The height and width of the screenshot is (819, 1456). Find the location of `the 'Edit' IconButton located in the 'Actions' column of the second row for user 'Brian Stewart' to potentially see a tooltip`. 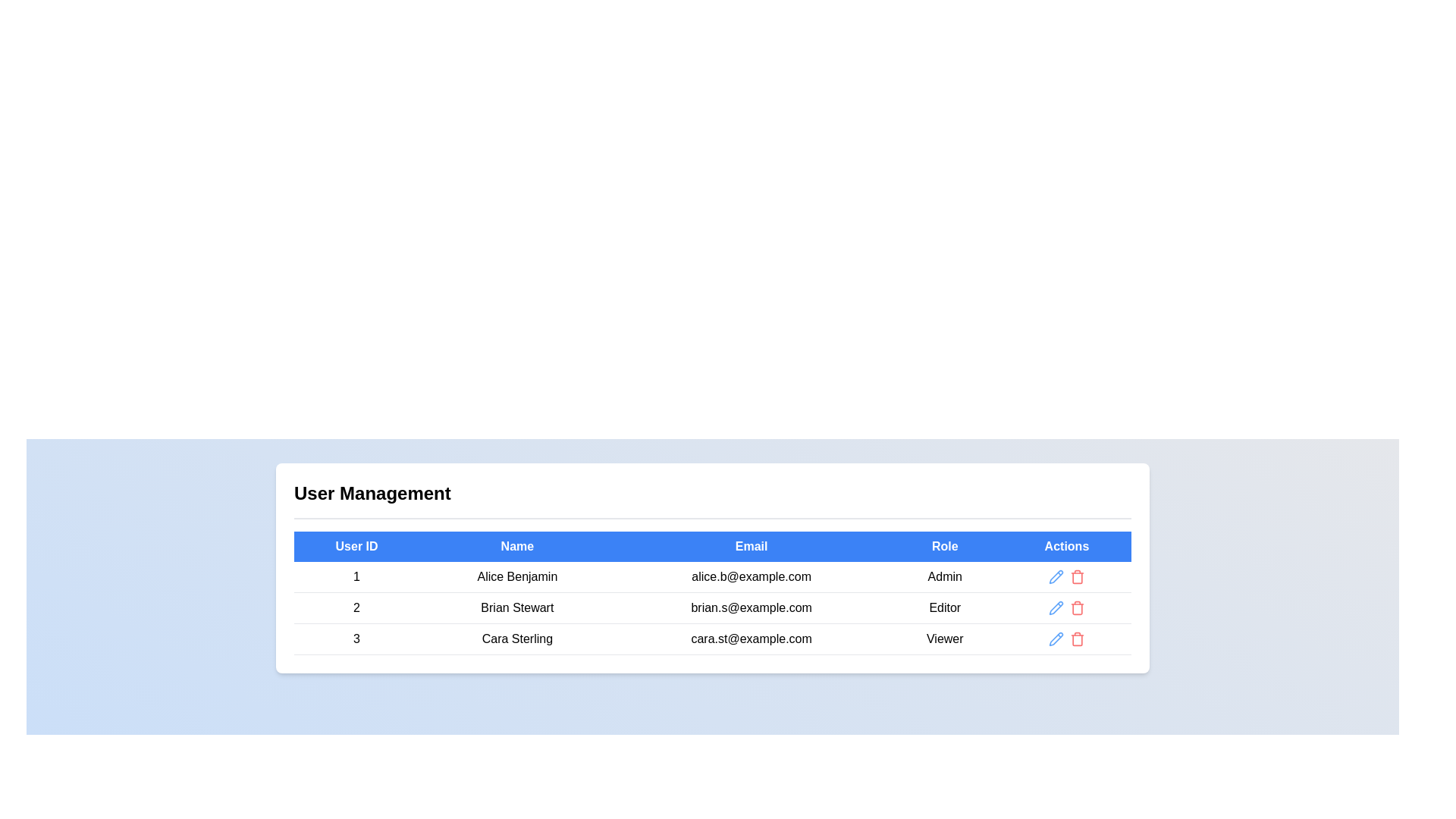

the 'Edit' IconButton located in the 'Actions' column of the second row for user 'Brian Stewart' to potentially see a tooltip is located at coordinates (1055, 607).